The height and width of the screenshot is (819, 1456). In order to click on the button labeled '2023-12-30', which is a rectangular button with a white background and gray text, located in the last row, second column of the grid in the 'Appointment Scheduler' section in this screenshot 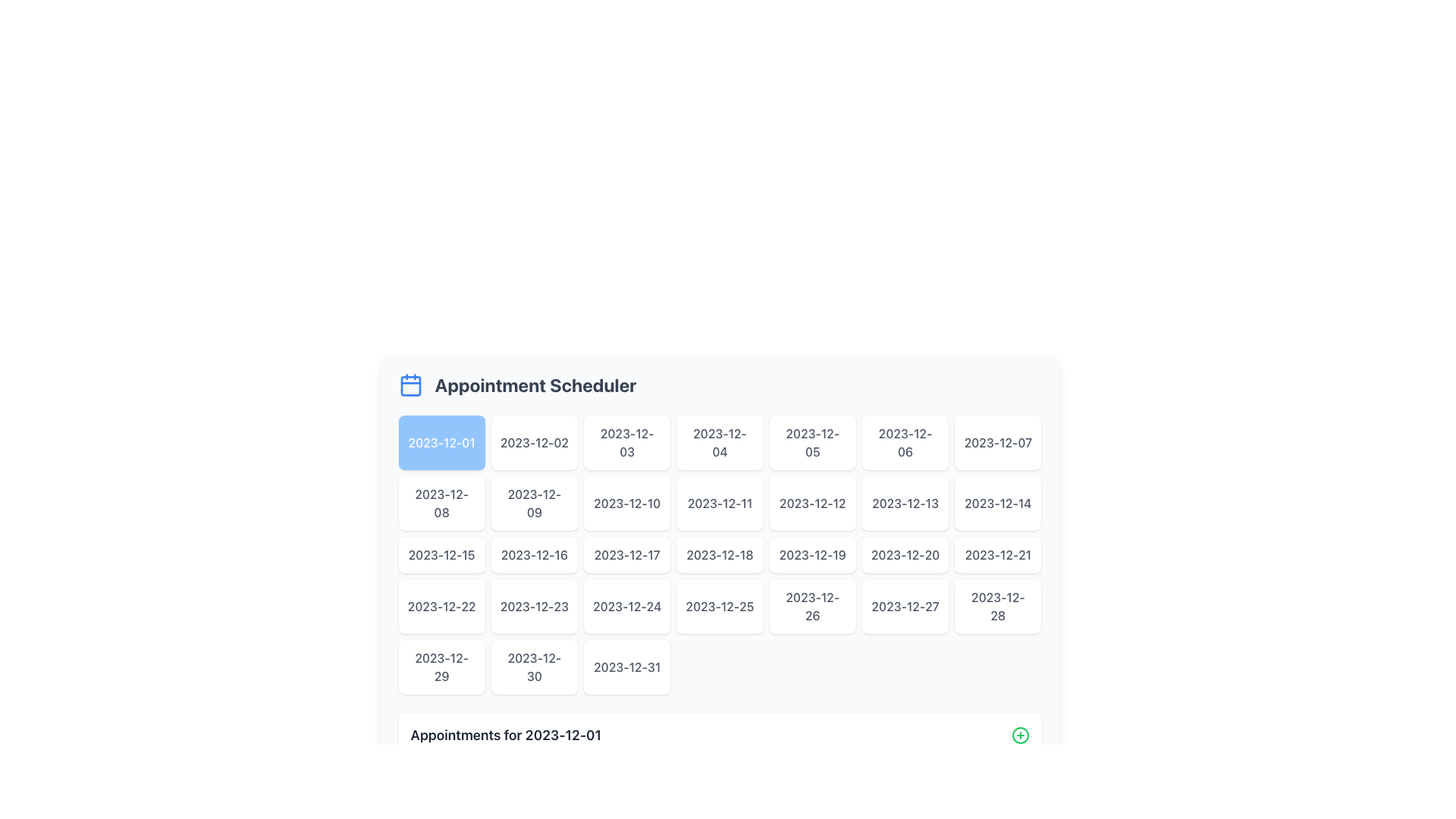, I will do `click(534, 666)`.